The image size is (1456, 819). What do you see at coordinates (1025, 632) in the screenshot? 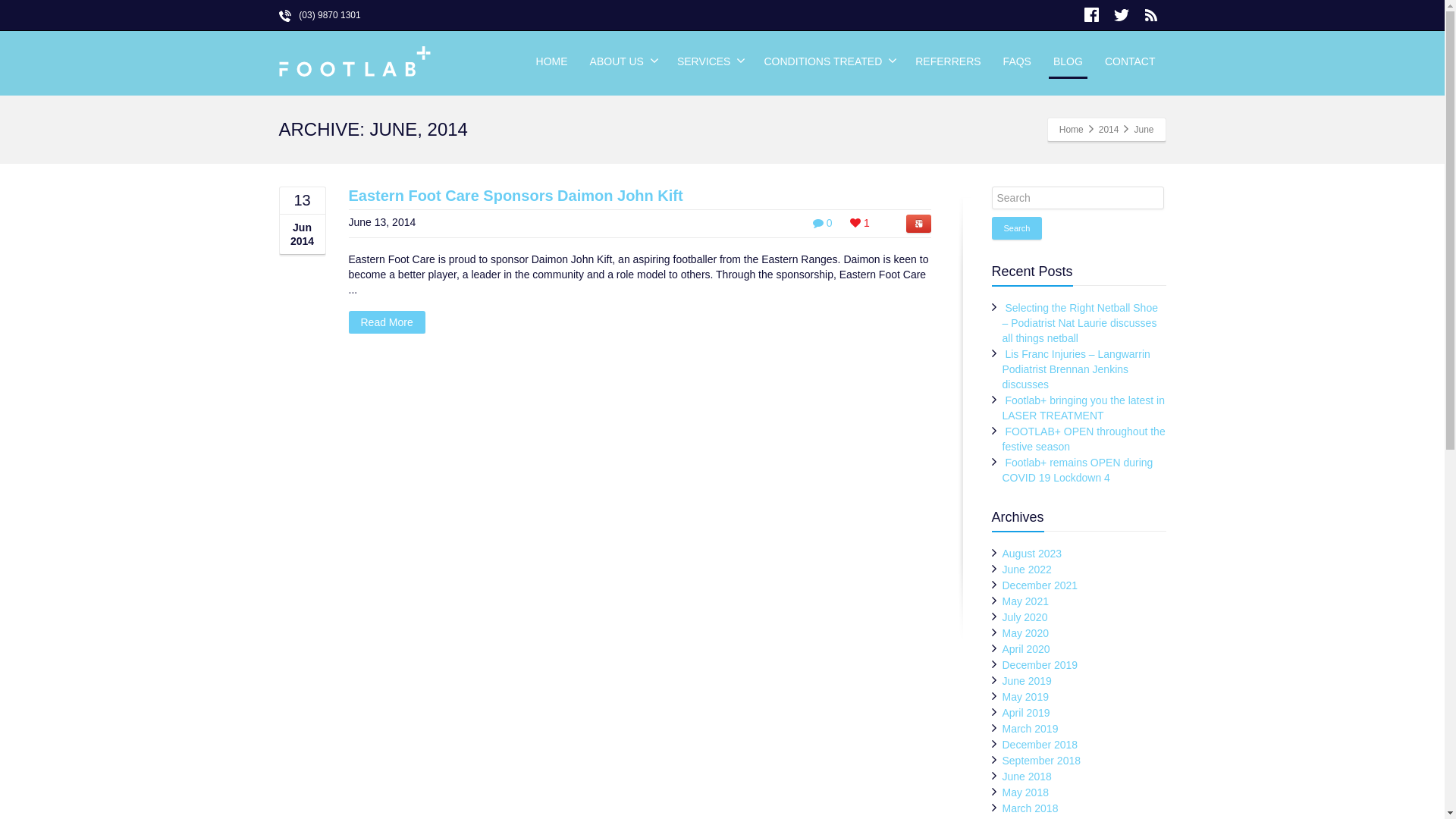
I see `'May 2020'` at bounding box center [1025, 632].